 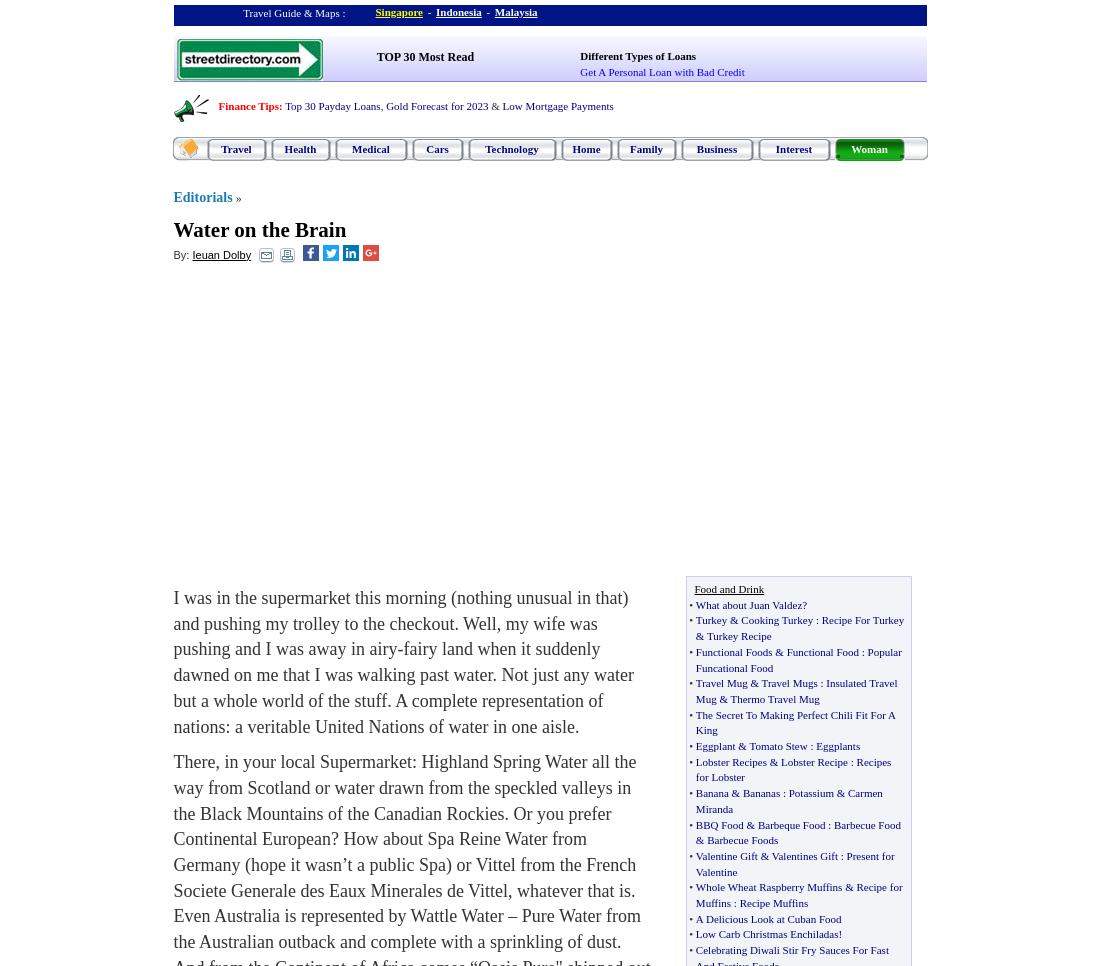 I want to click on 'Home', so click(x=571, y=147).